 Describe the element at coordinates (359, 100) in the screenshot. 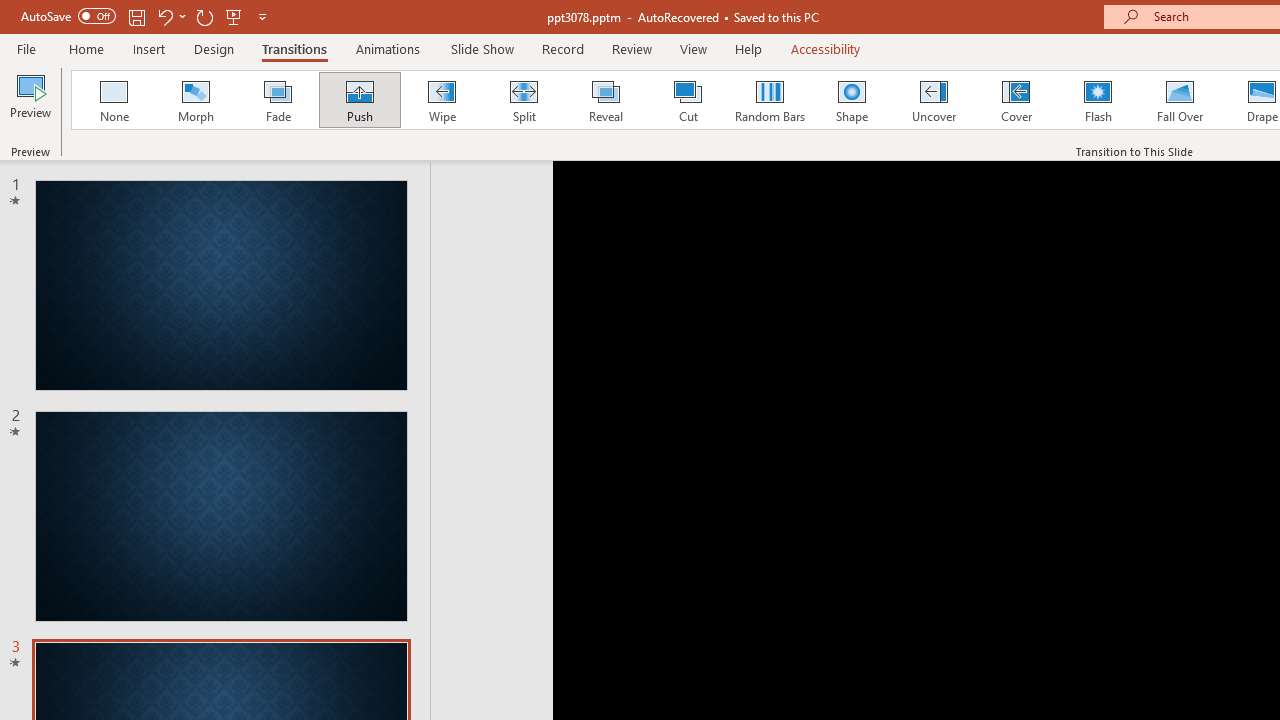

I see `'Push'` at that location.